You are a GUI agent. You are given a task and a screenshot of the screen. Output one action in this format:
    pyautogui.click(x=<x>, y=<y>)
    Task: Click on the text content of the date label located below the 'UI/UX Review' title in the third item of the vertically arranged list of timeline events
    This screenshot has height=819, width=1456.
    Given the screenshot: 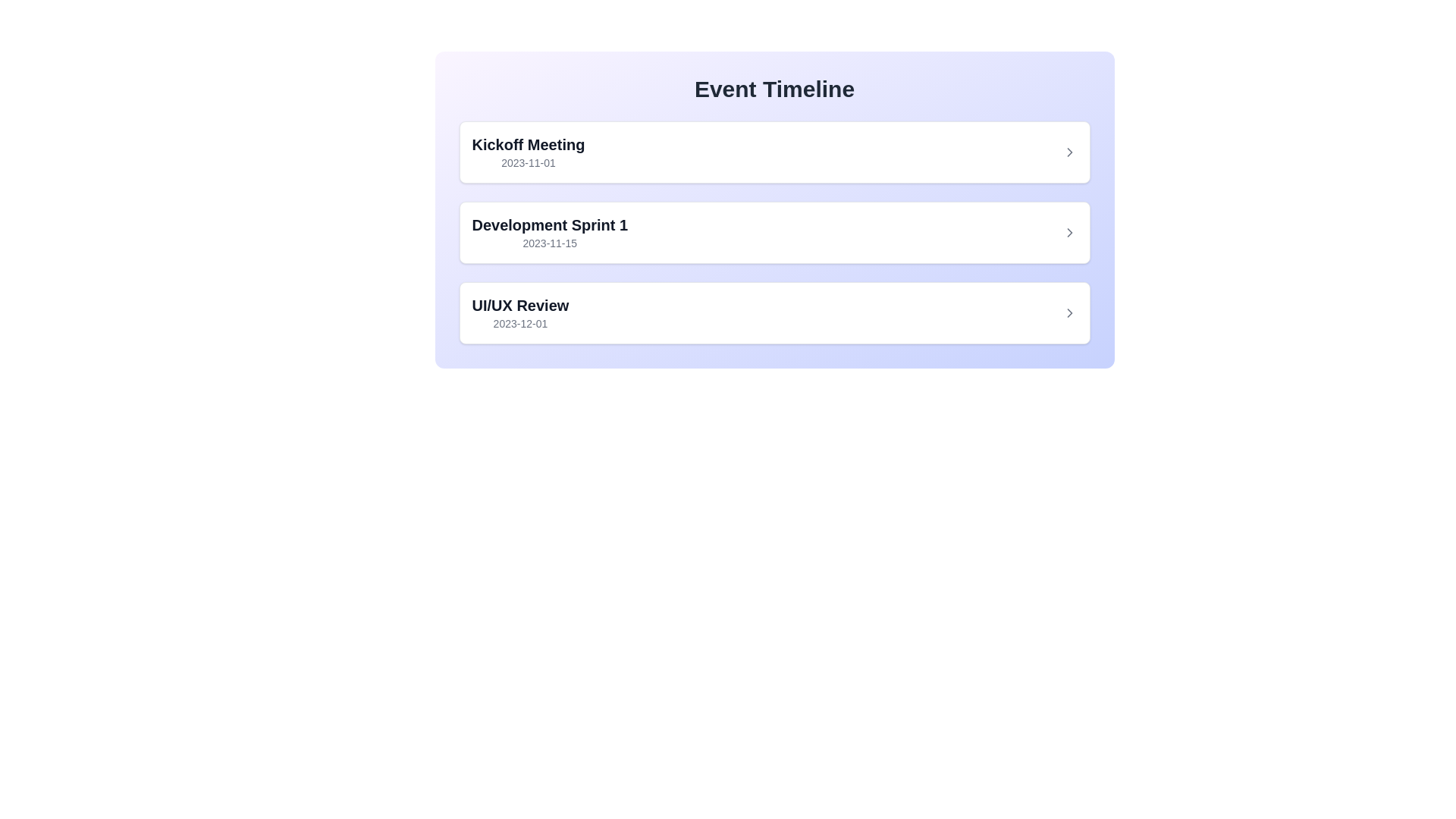 What is the action you would take?
    pyautogui.click(x=520, y=323)
    